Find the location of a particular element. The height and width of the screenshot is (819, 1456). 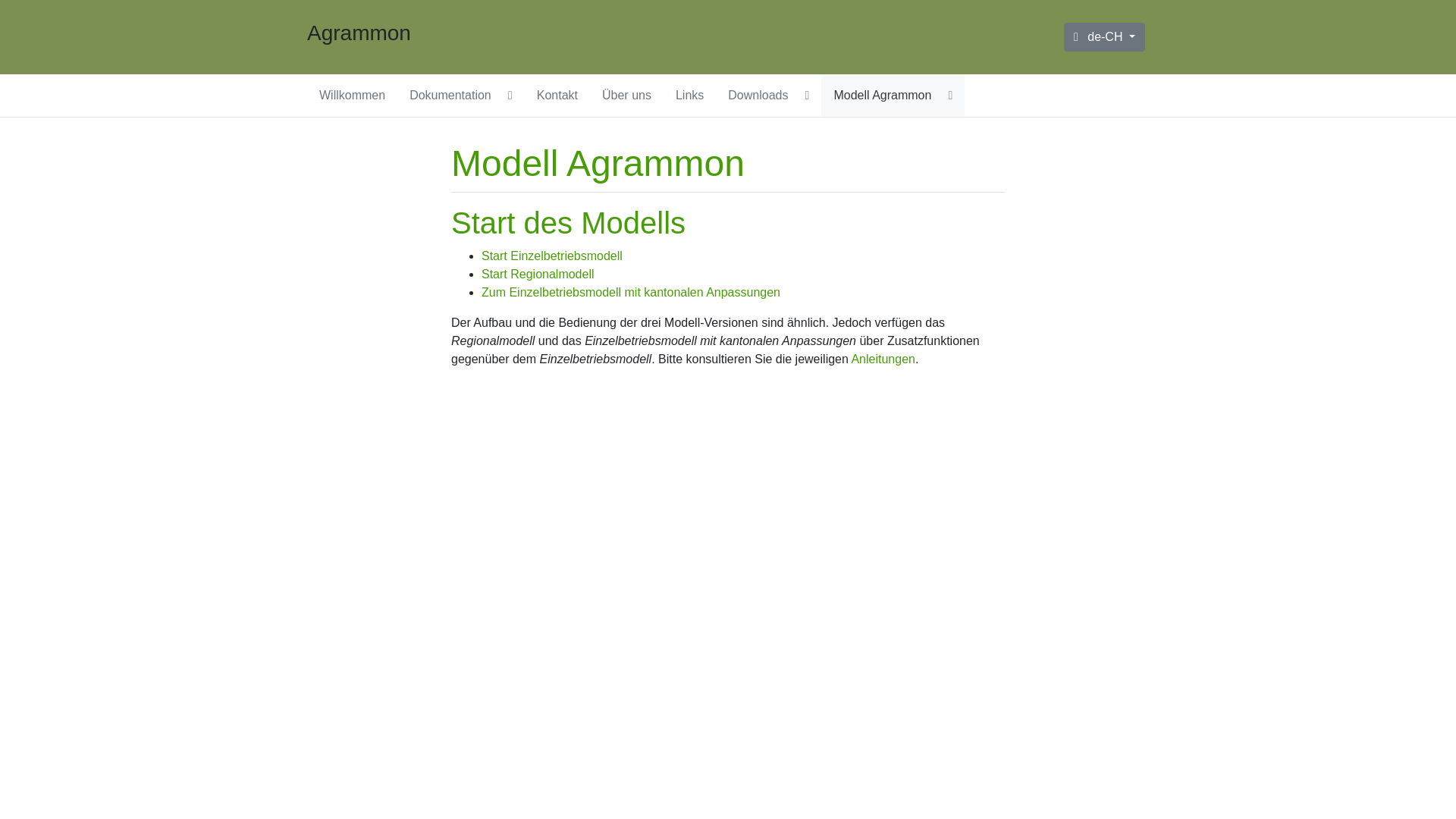

'Anleitungen' is located at coordinates (851, 359).